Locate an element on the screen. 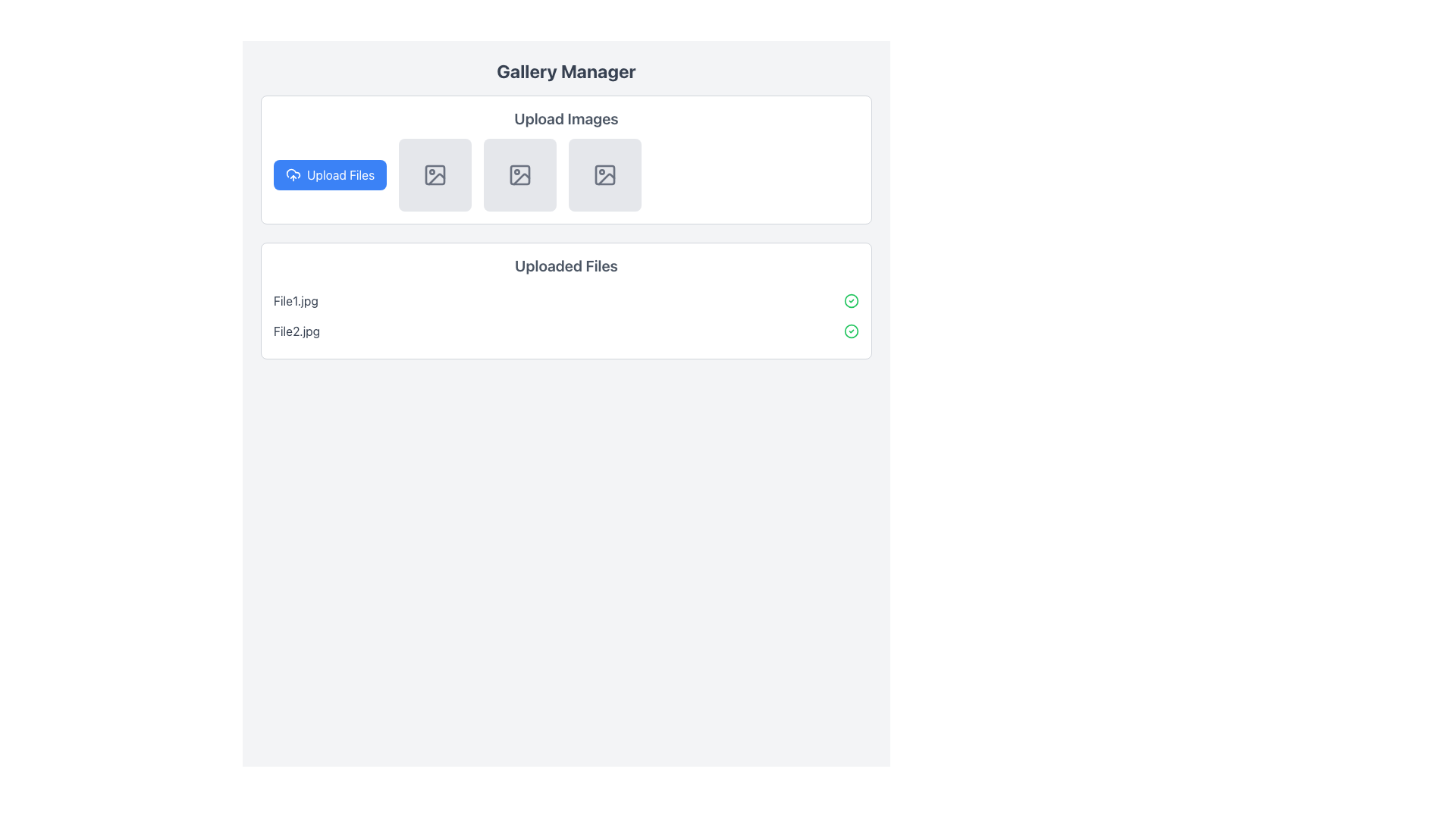 This screenshot has width=1456, height=819. the file entry 'File1.jpg' is located at coordinates (566, 301).